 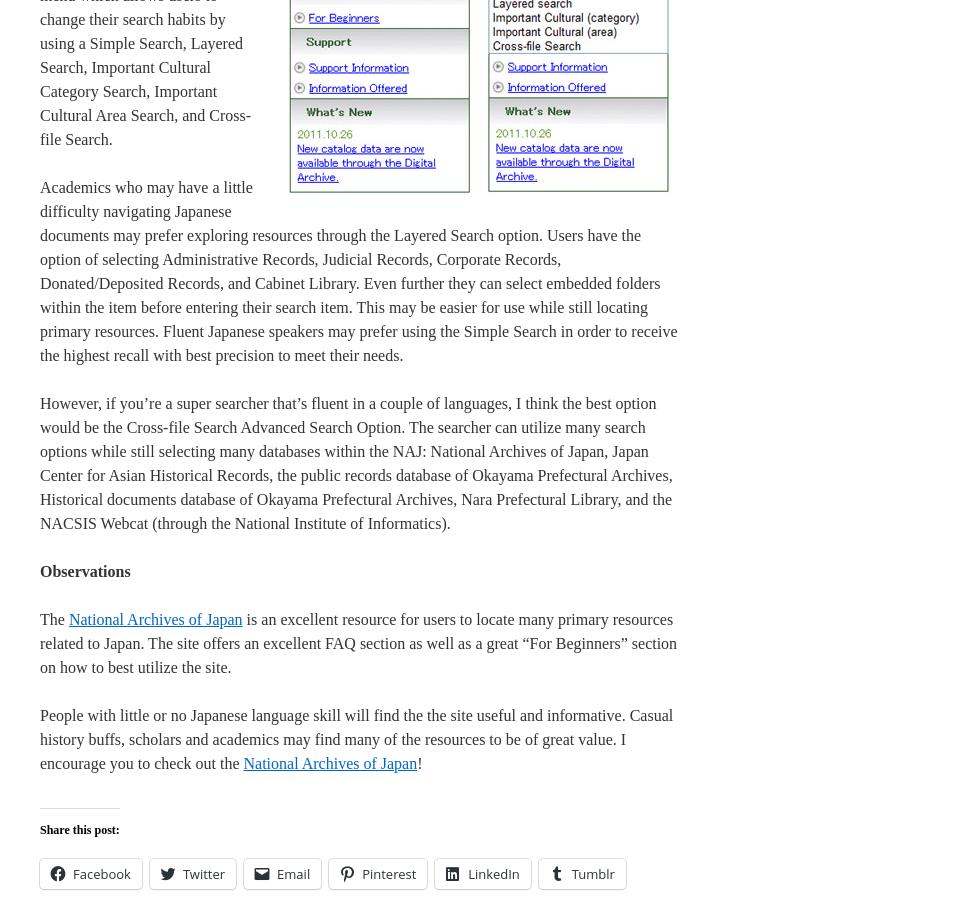 What do you see at coordinates (293, 873) in the screenshot?
I see `'Email'` at bounding box center [293, 873].